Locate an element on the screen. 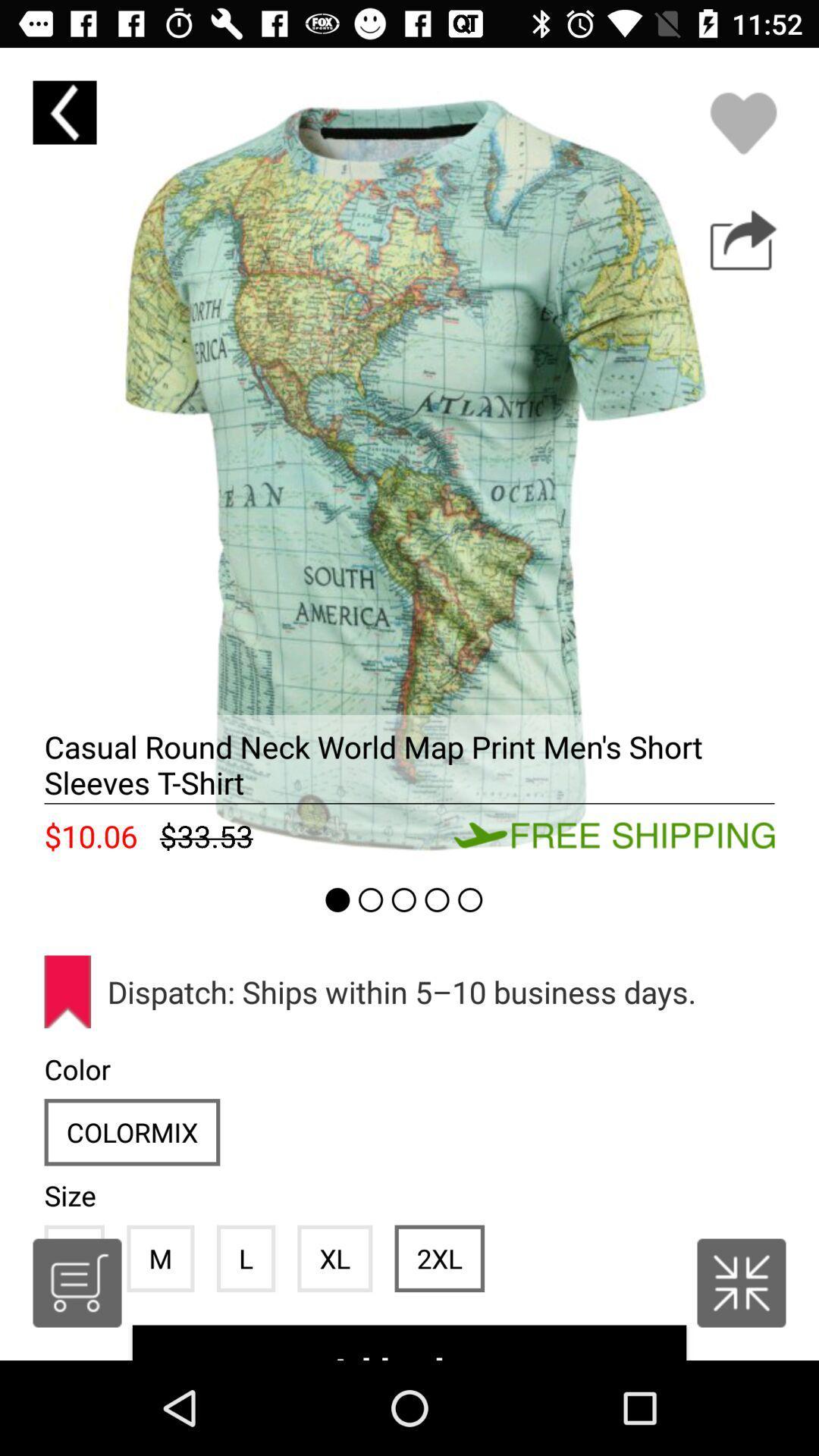 The width and height of the screenshot is (819, 1456). see closeup view is located at coordinates (409, 457).